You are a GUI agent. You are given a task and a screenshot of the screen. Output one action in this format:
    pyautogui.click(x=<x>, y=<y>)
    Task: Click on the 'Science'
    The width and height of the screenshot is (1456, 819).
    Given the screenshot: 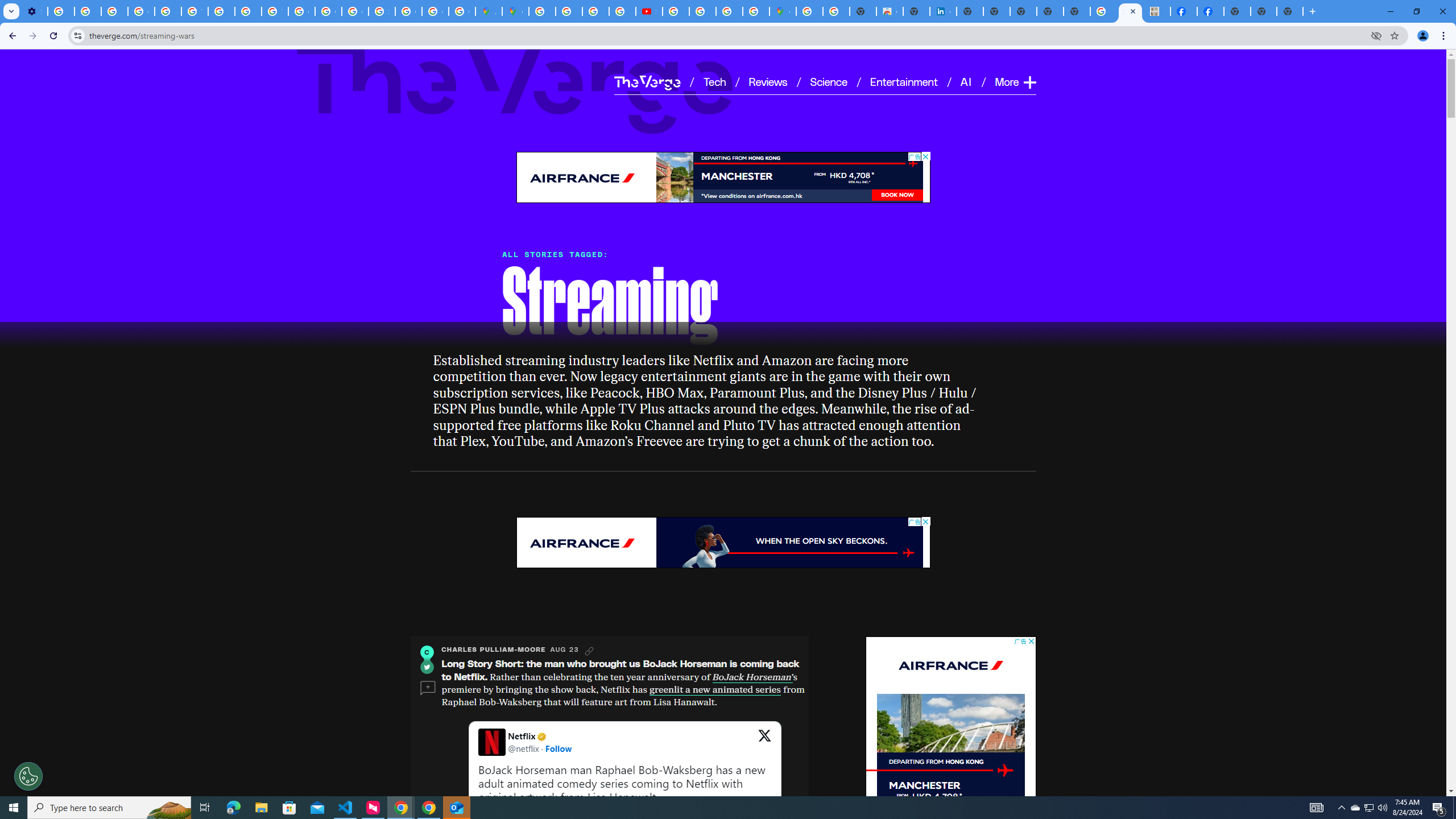 What is the action you would take?
    pyautogui.click(x=828, y=81)
    